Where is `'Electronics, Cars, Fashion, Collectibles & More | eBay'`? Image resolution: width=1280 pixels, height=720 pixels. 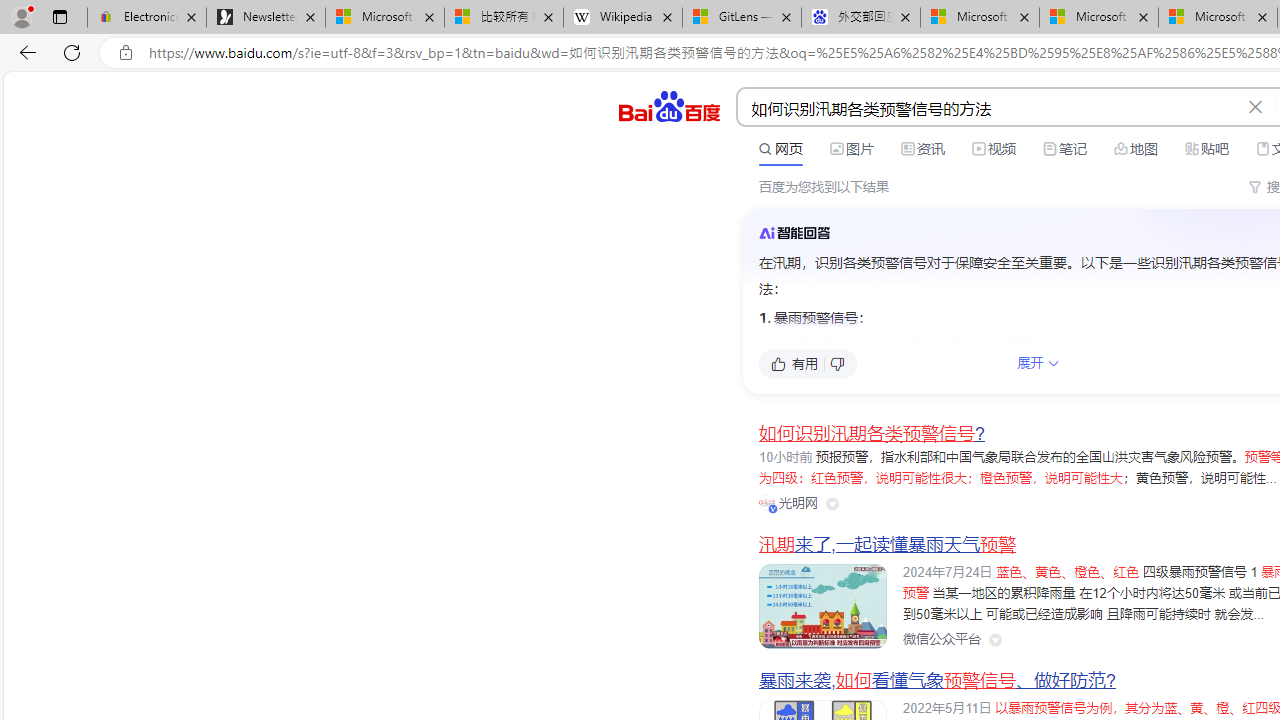
'Electronics, Cars, Fashion, Collectibles & More | eBay' is located at coordinates (146, 17).